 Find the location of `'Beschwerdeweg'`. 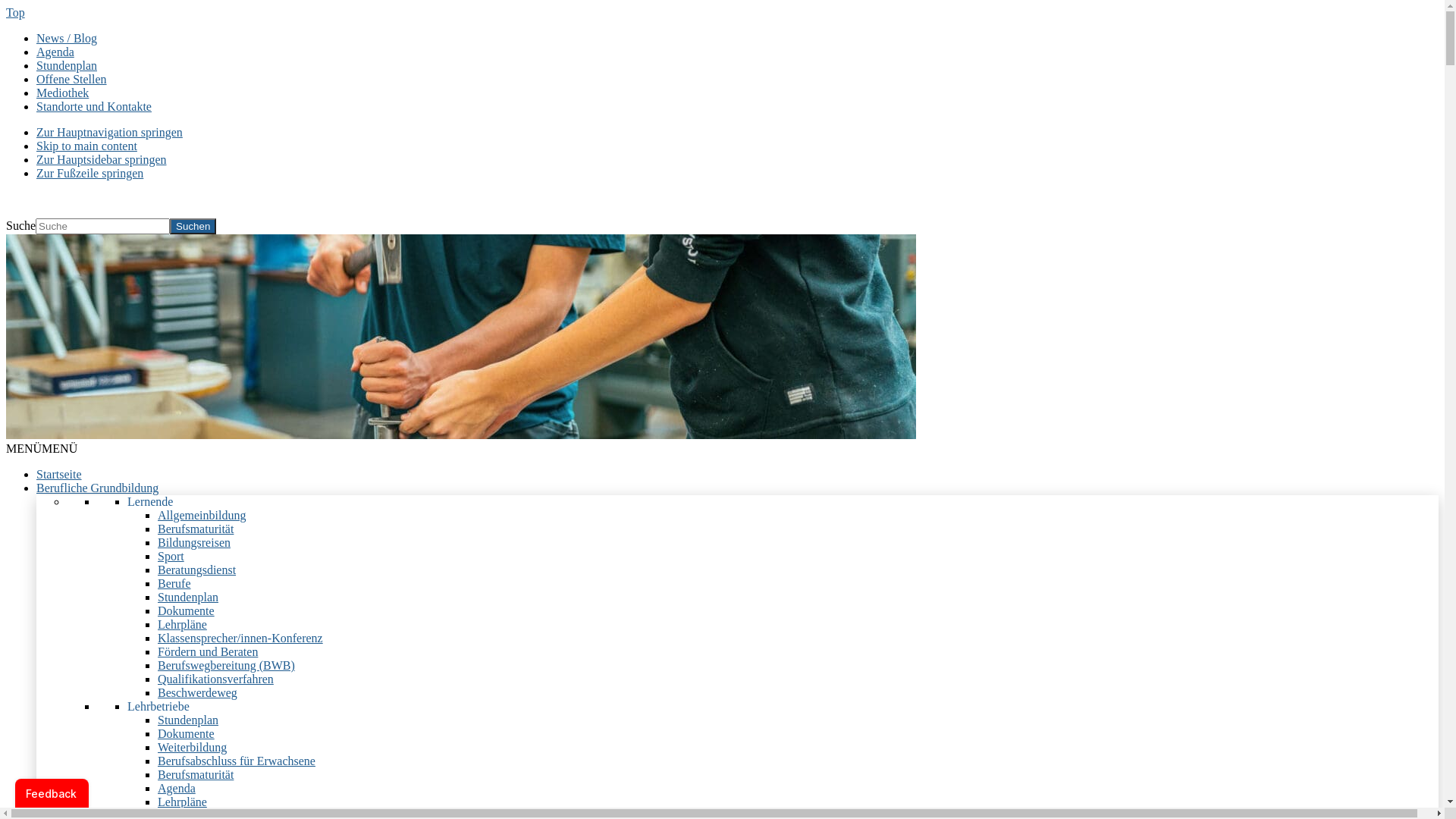

'Beschwerdeweg' is located at coordinates (196, 692).